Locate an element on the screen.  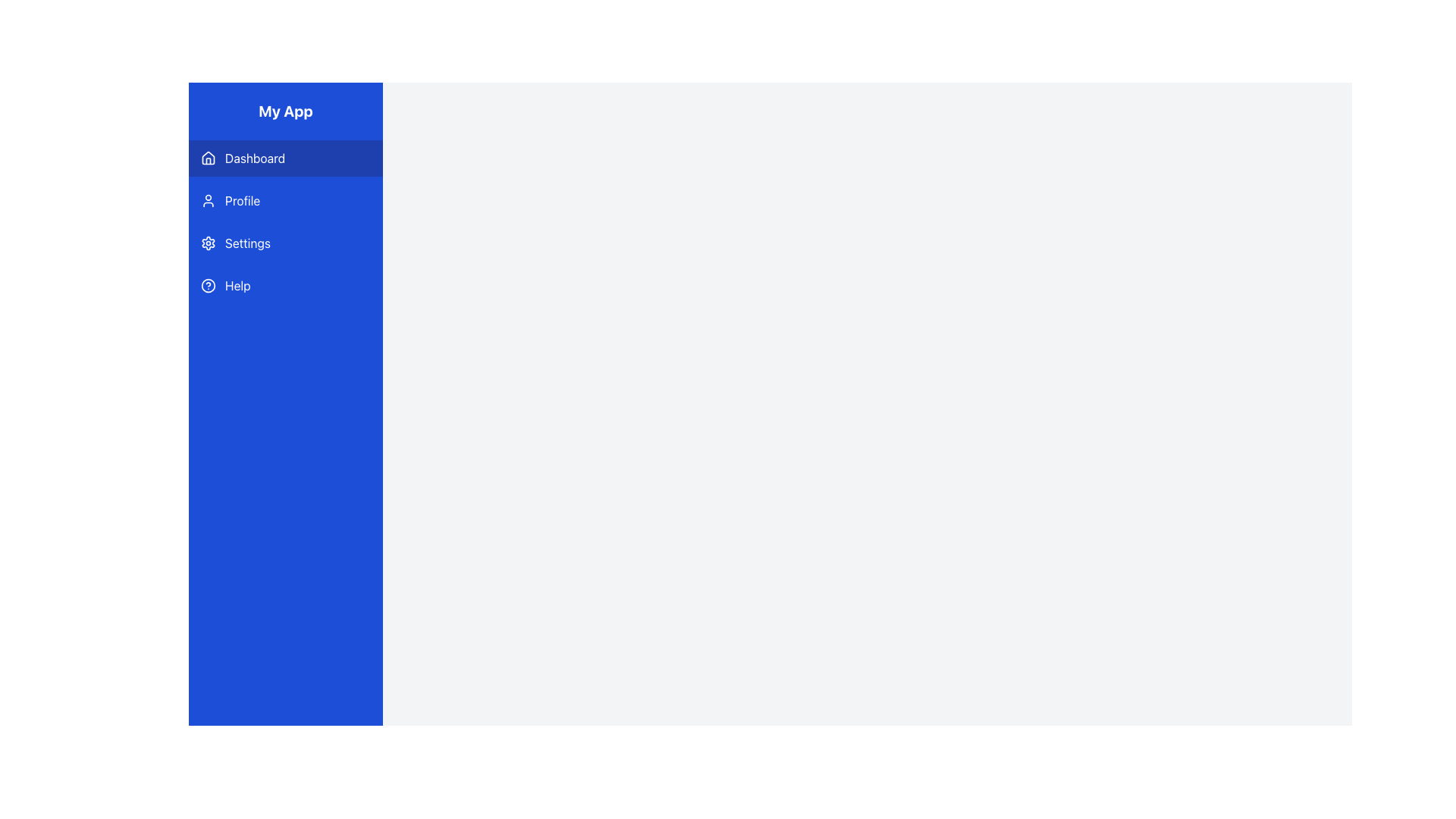
the blue 'Profile' button in the vertical navigation menu is located at coordinates (286, 200).